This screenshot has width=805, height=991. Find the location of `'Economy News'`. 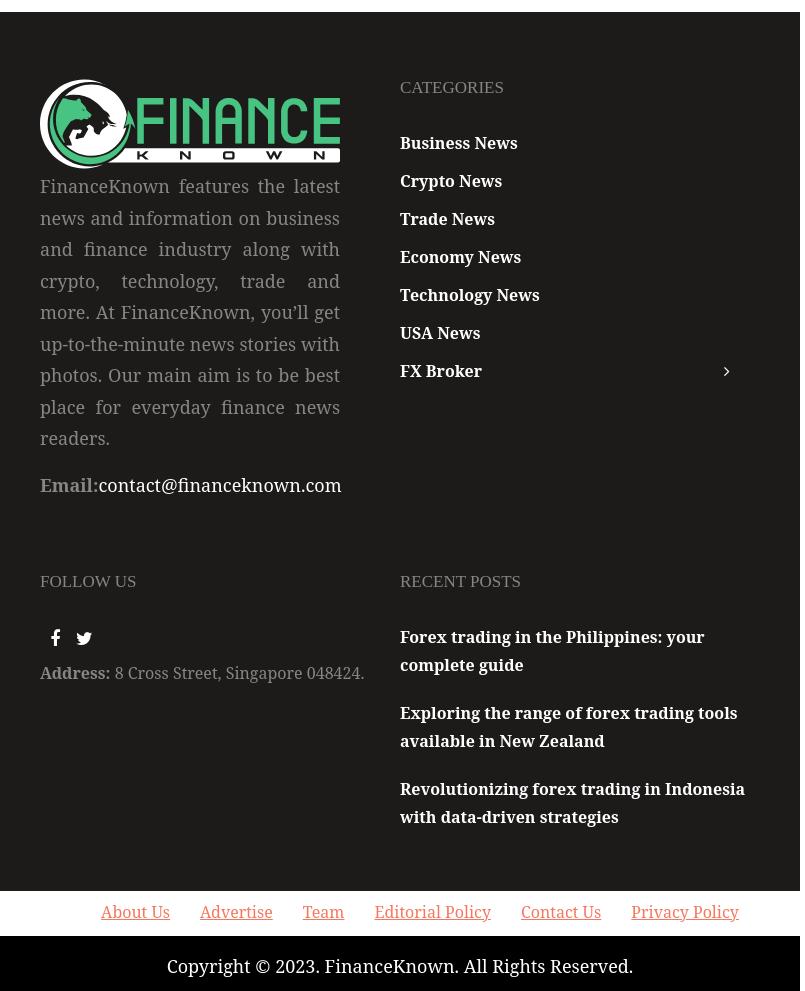

'Economy News' is located at coordinates (460, 255).